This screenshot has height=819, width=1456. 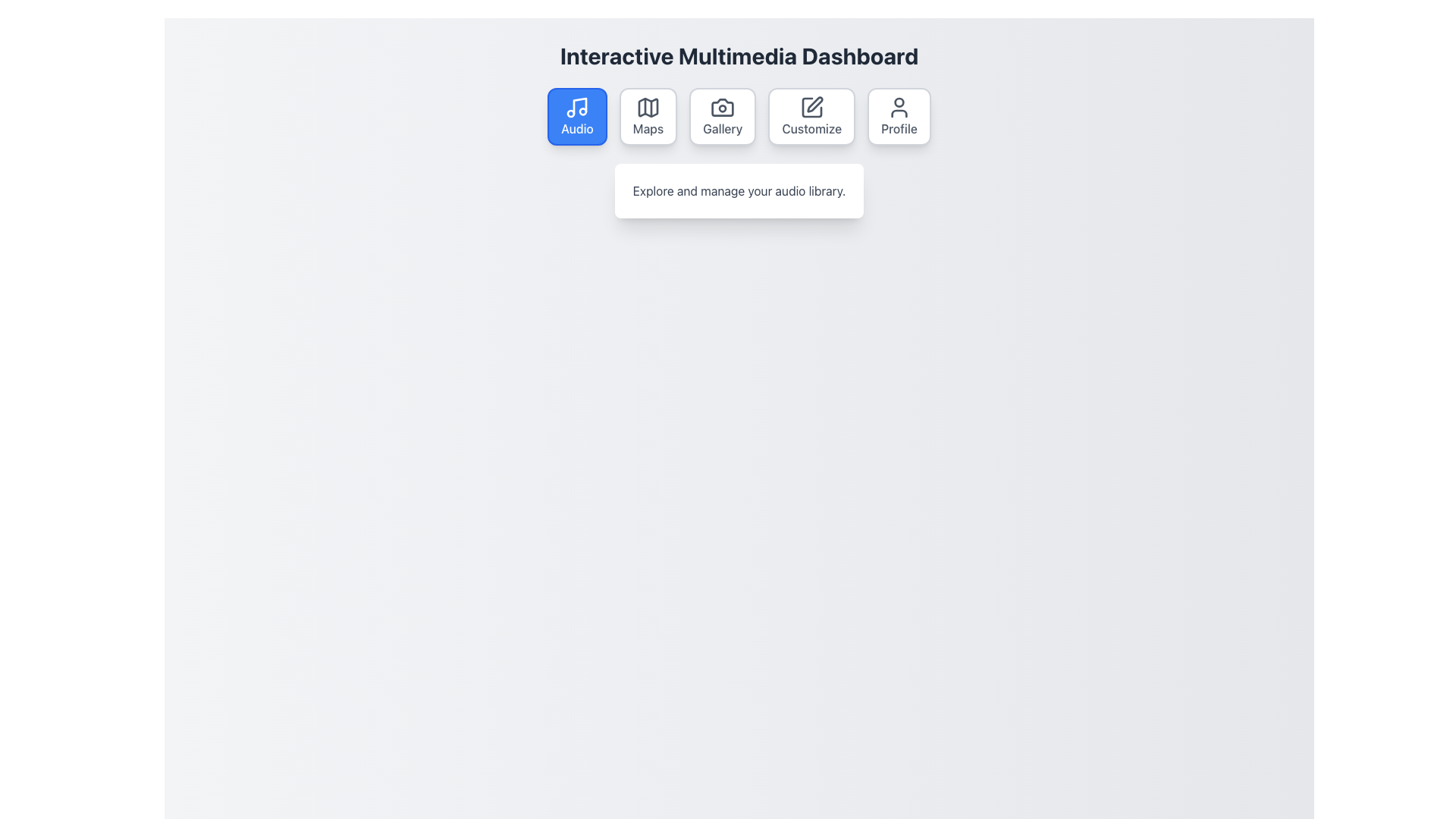 I want to click on the profile management button located at the top-right section of the application interface, adjacent to the 'Customize' button, so click(x=899, y=116).